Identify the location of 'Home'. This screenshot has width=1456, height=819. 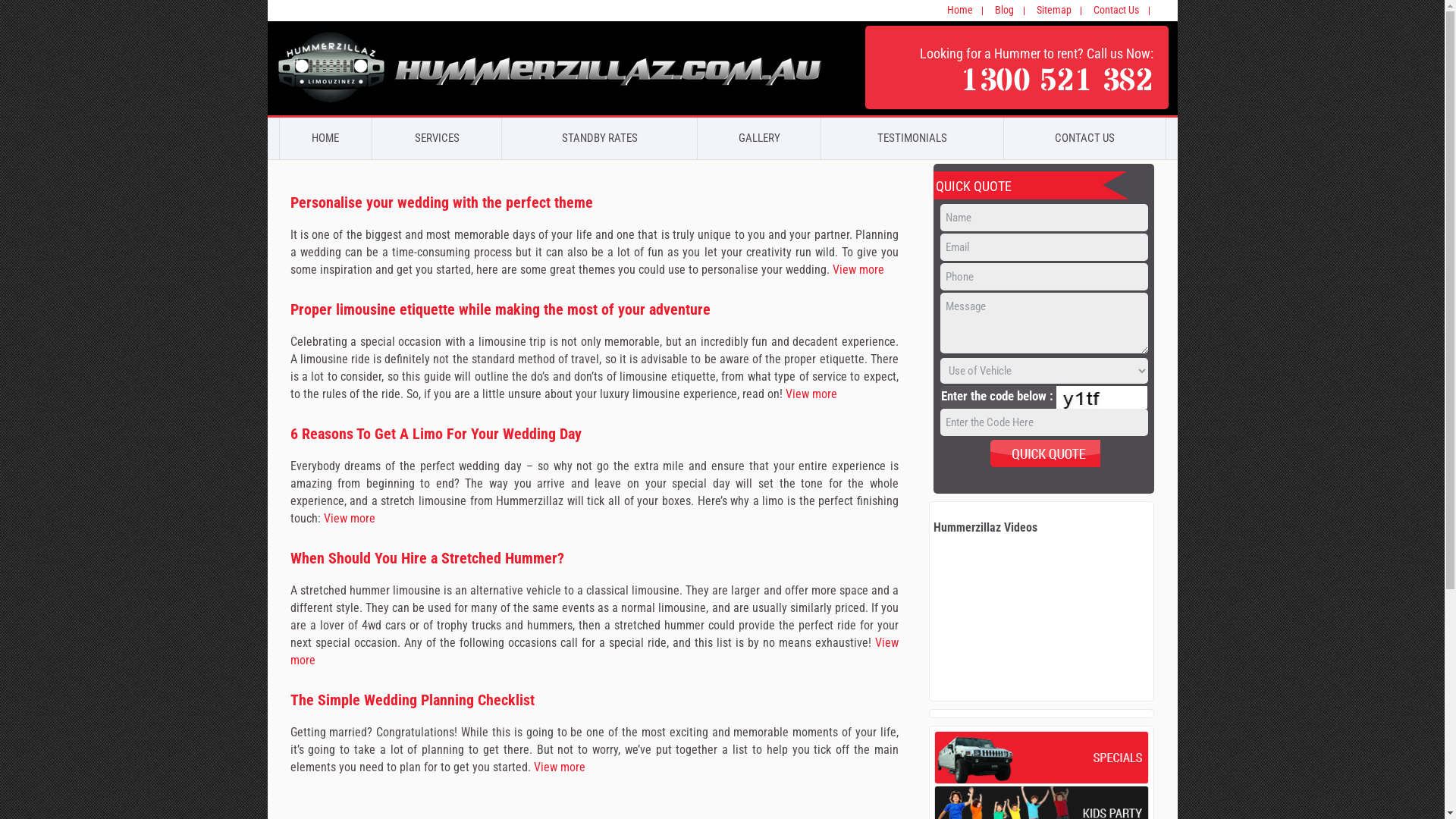
(959, 9).